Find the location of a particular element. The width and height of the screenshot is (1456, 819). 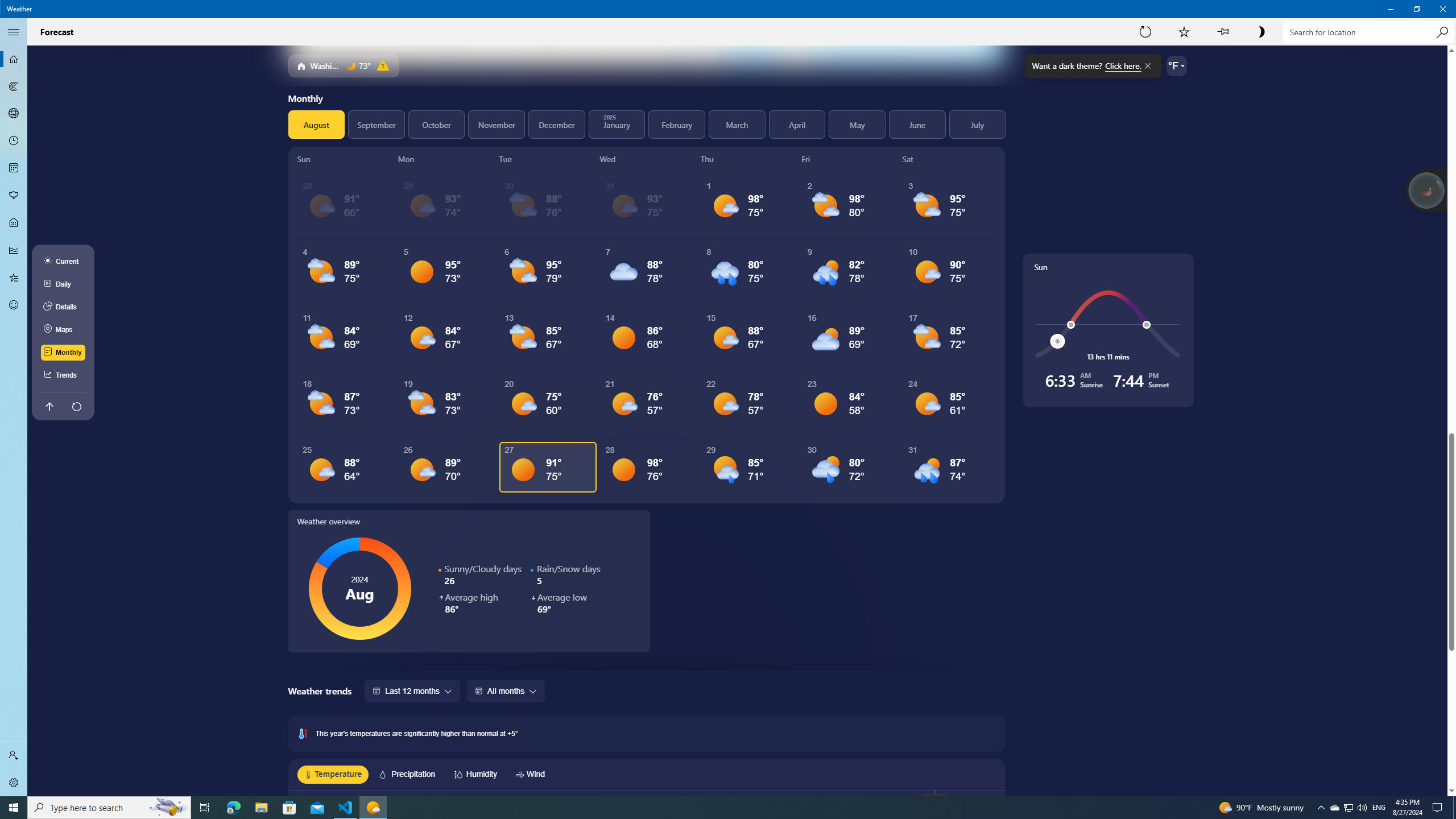

'Historical Weather - Not Selected' is located at coordinates (14, 249).